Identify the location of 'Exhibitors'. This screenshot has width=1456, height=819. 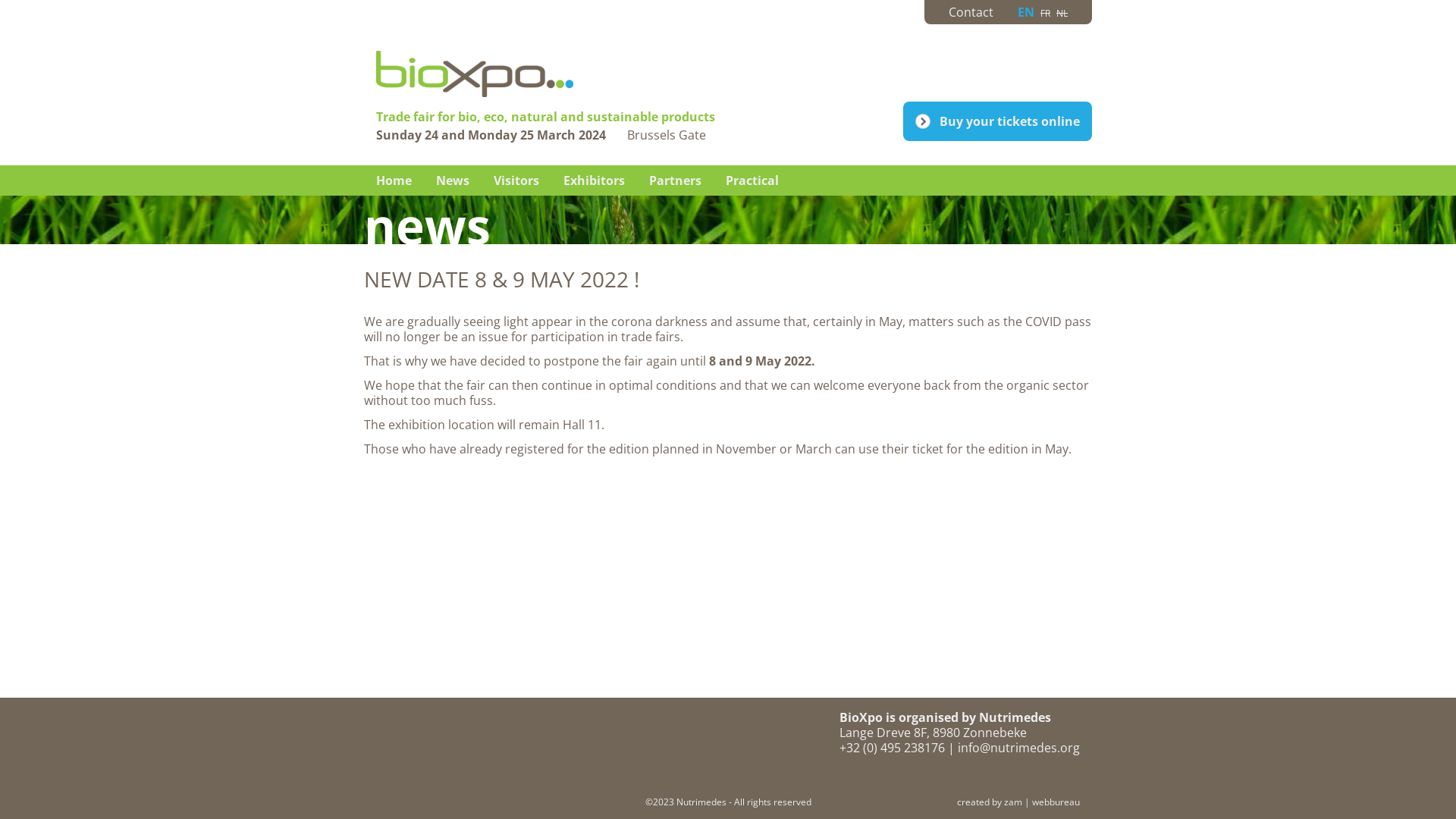
(550, 180).